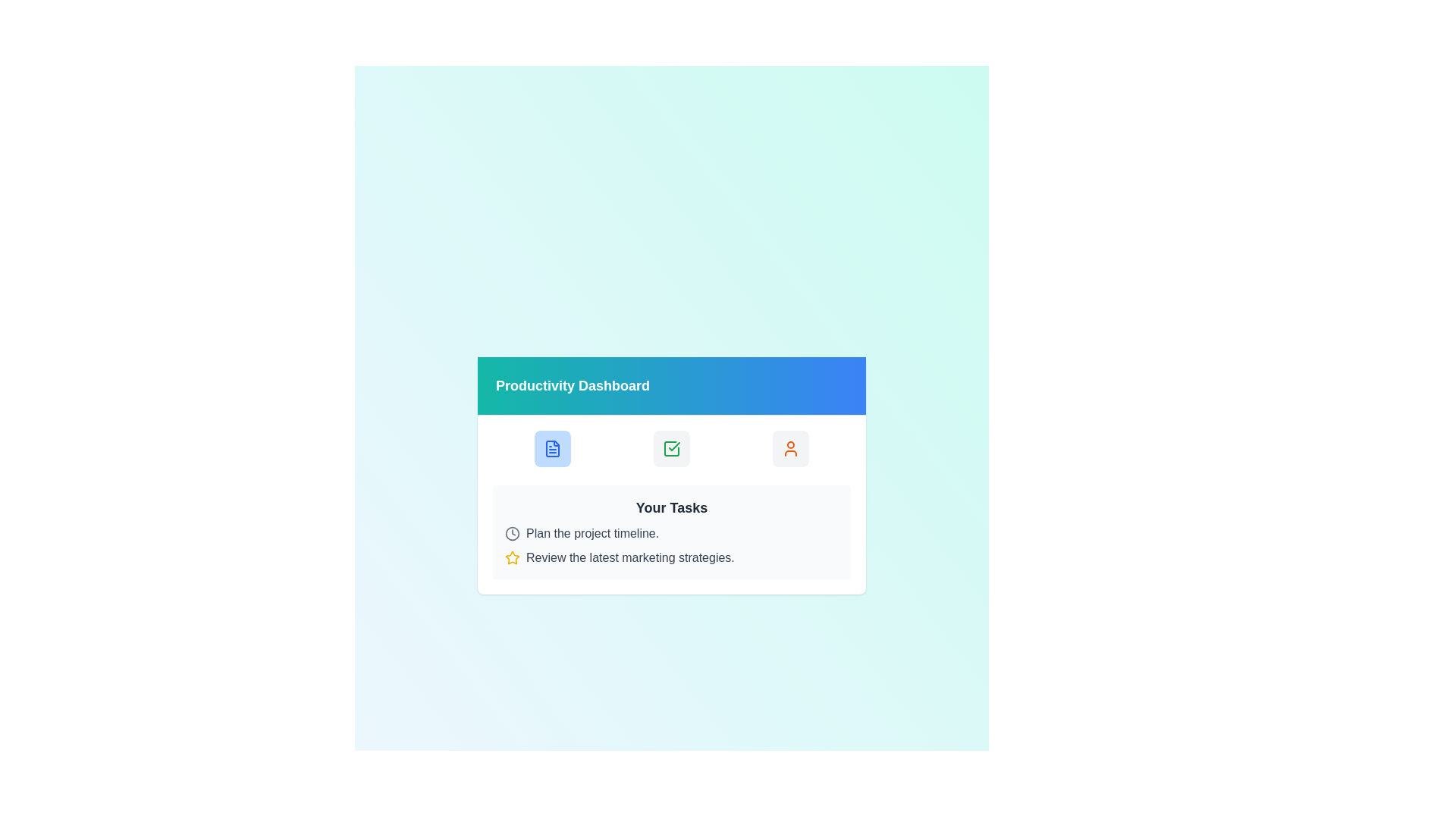  Describe the element at coordinates (671, 557) in the screenshot. I see `the second task item listed under the 'Your Tasks' section` at that location.